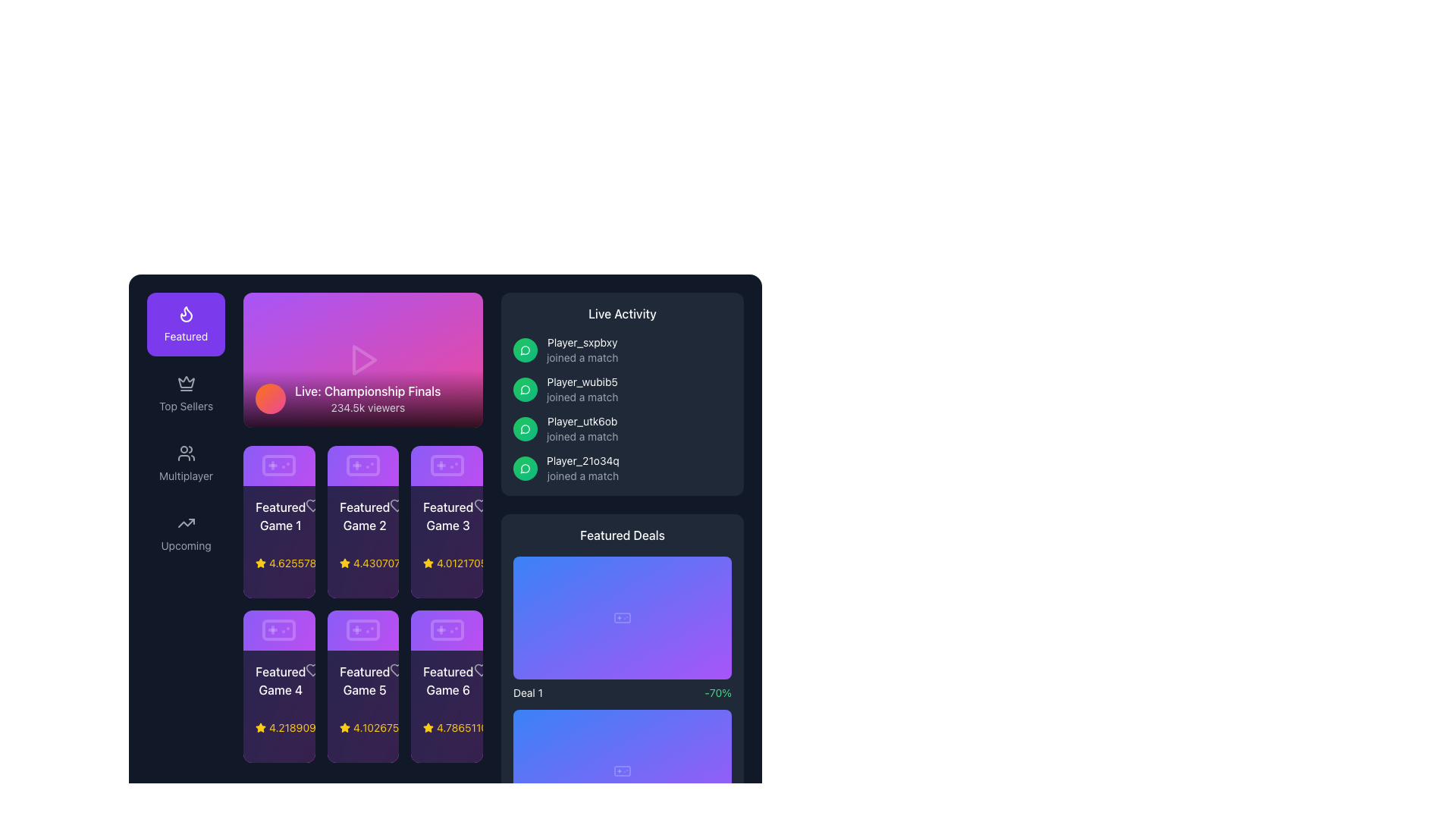  Describe the element at coordinates (622, 771) in the screenshot. I see `the decorative graphical component that resembles the main body of a game controller within the 'Featured Deals' section` at that location.